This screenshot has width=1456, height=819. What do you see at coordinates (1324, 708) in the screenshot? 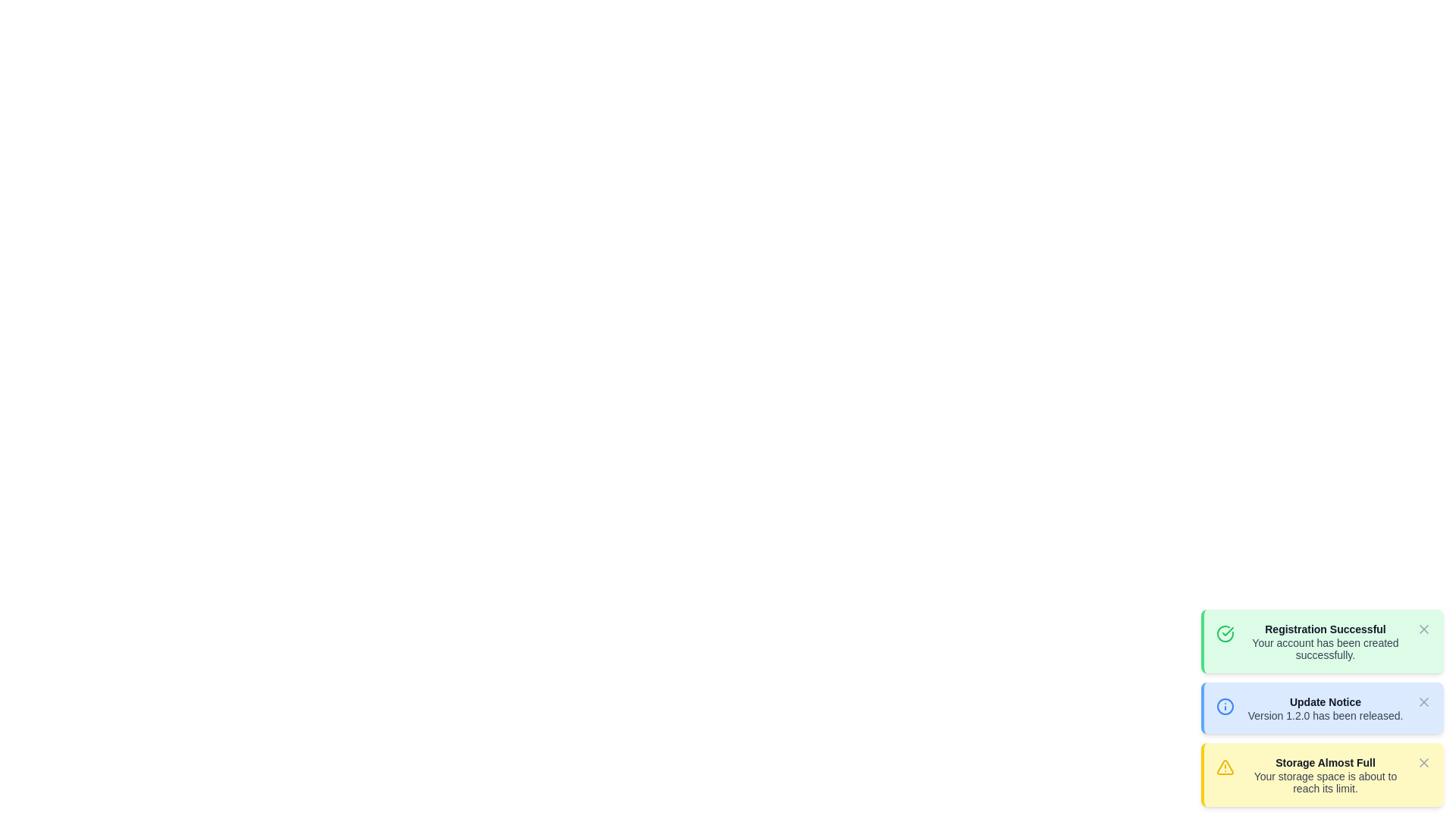
I see `the main notification text for the update information card located in the second notification box, centrally placed below the icon` at bounding box center [1324, 708].